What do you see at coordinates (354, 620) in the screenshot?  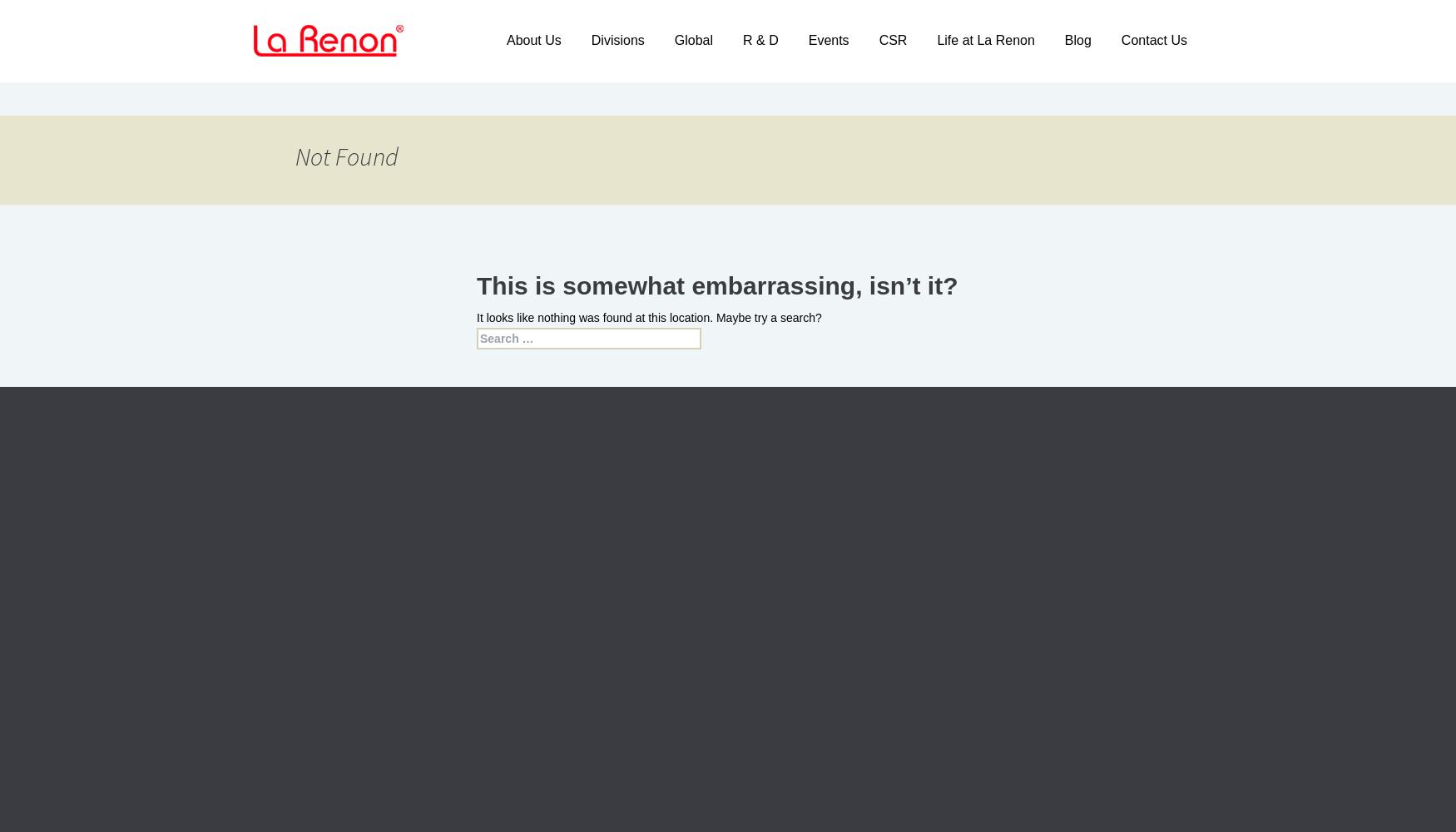 I see `'With an inherent drive for a greater healthcare, La Renon was established with much passion in 2007. With deep-rooted  belief in creative solutions filling the real time medical gaps coupled with a strong core team, La Renon became one of the top 40 pharmaceutical companies of India within 10 years of inception. By April 2020, it ranked 34th in the market with a promi'` at bounding box center [354, 620].